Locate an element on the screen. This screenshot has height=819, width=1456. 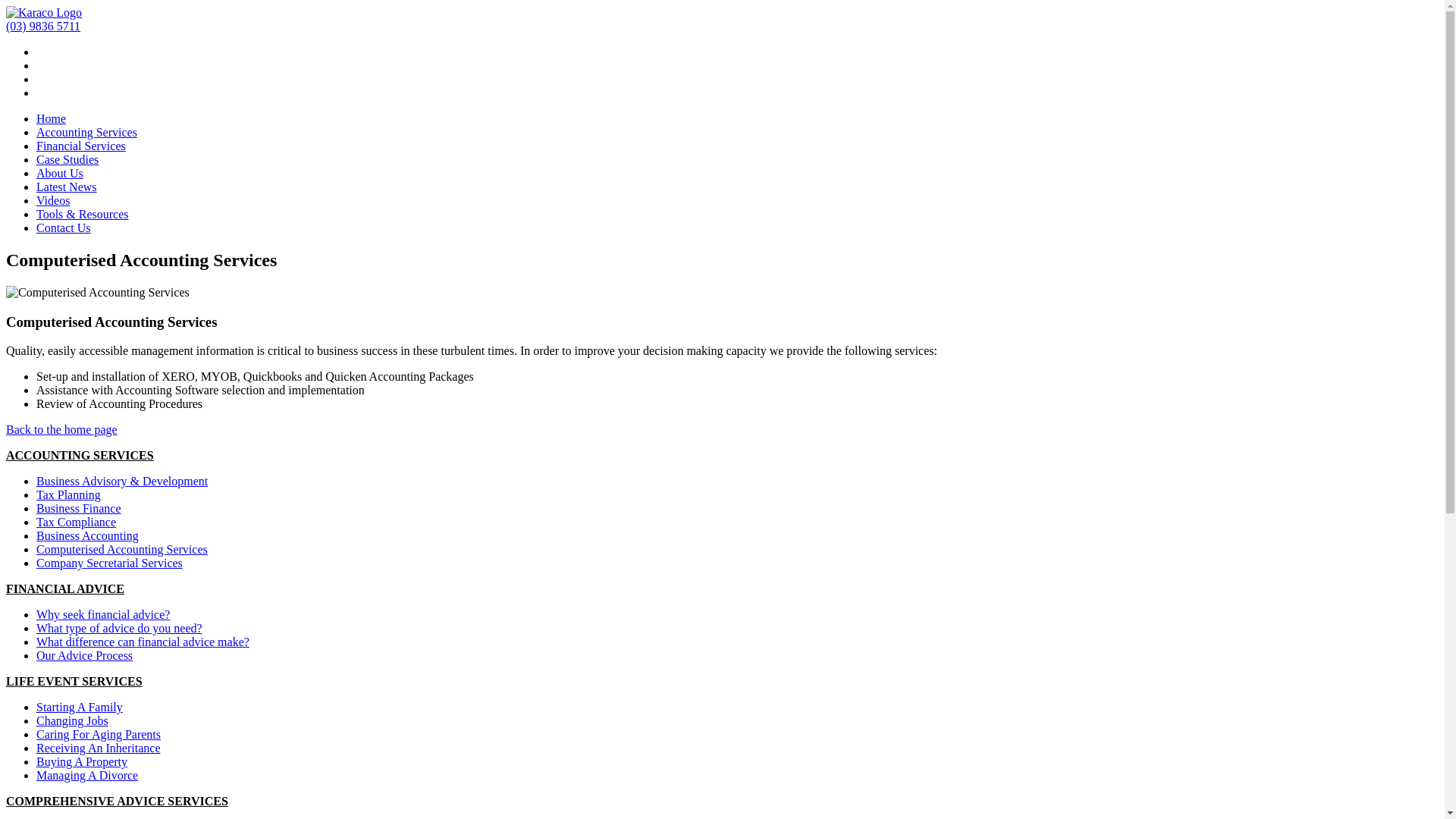
'Business Accounting' is located at coordinates (86, 535).